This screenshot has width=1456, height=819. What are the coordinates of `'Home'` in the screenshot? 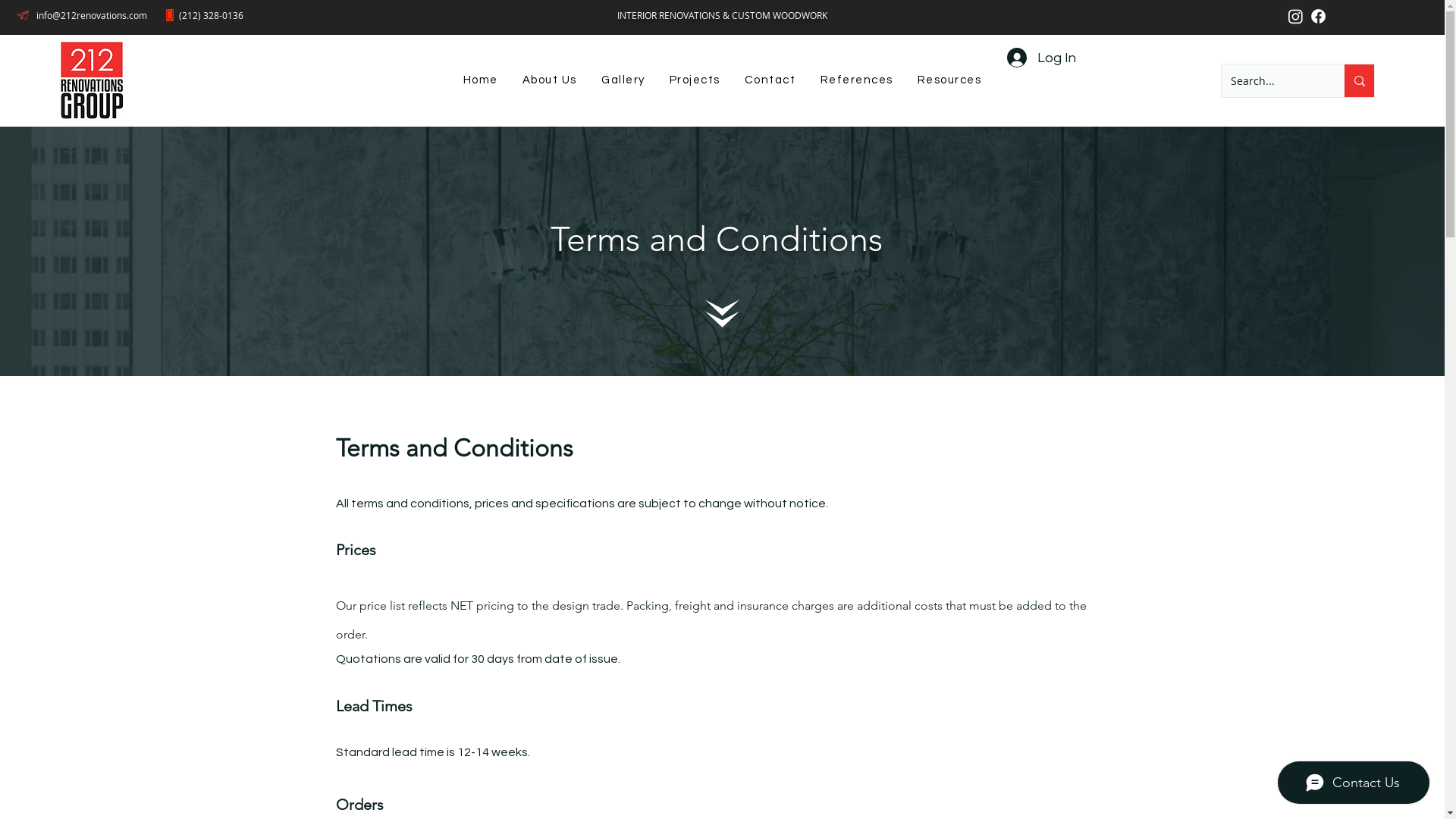 It's located at (479, 80).